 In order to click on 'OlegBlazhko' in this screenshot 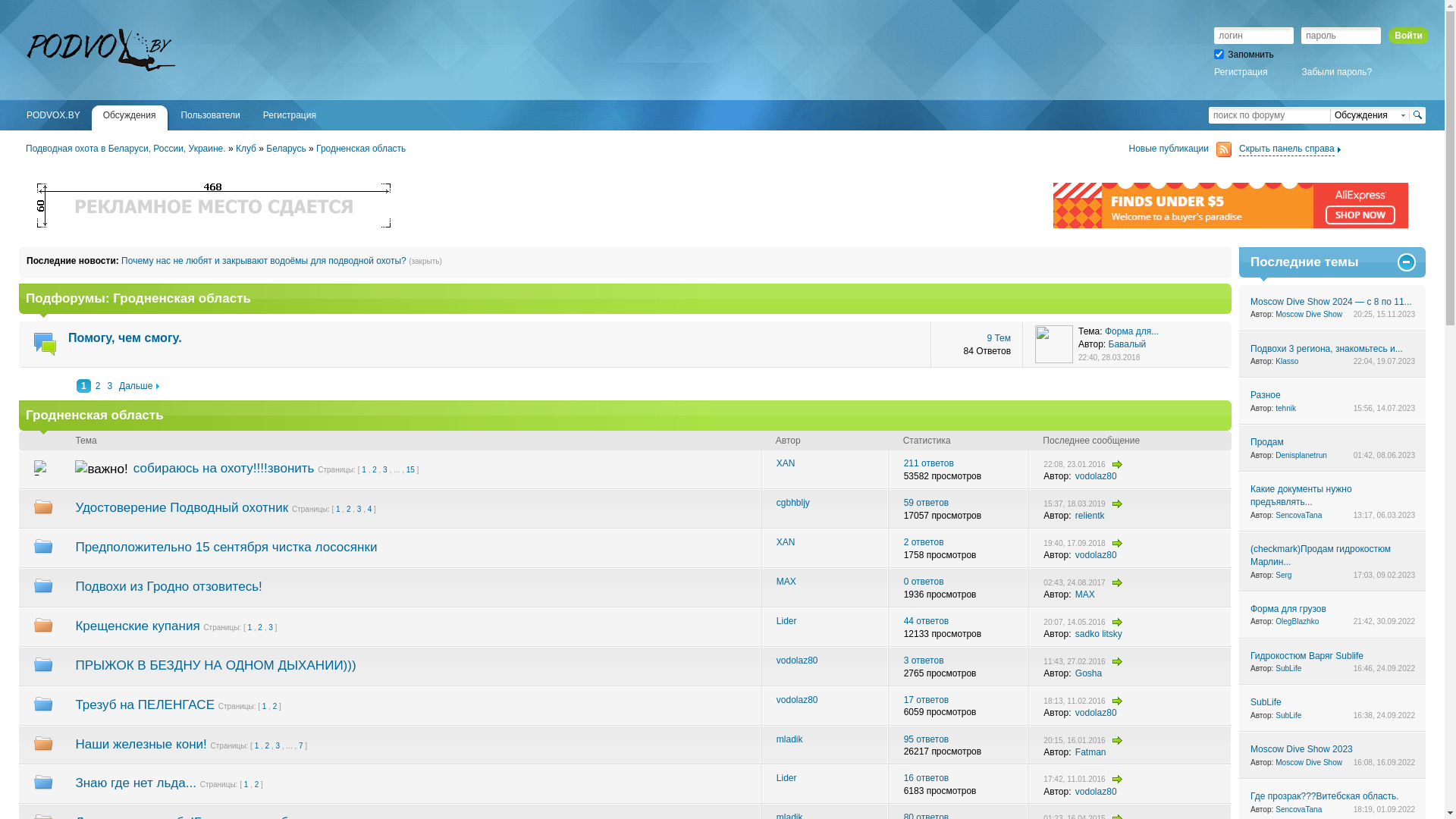, I will do `click(1296, 621)`.